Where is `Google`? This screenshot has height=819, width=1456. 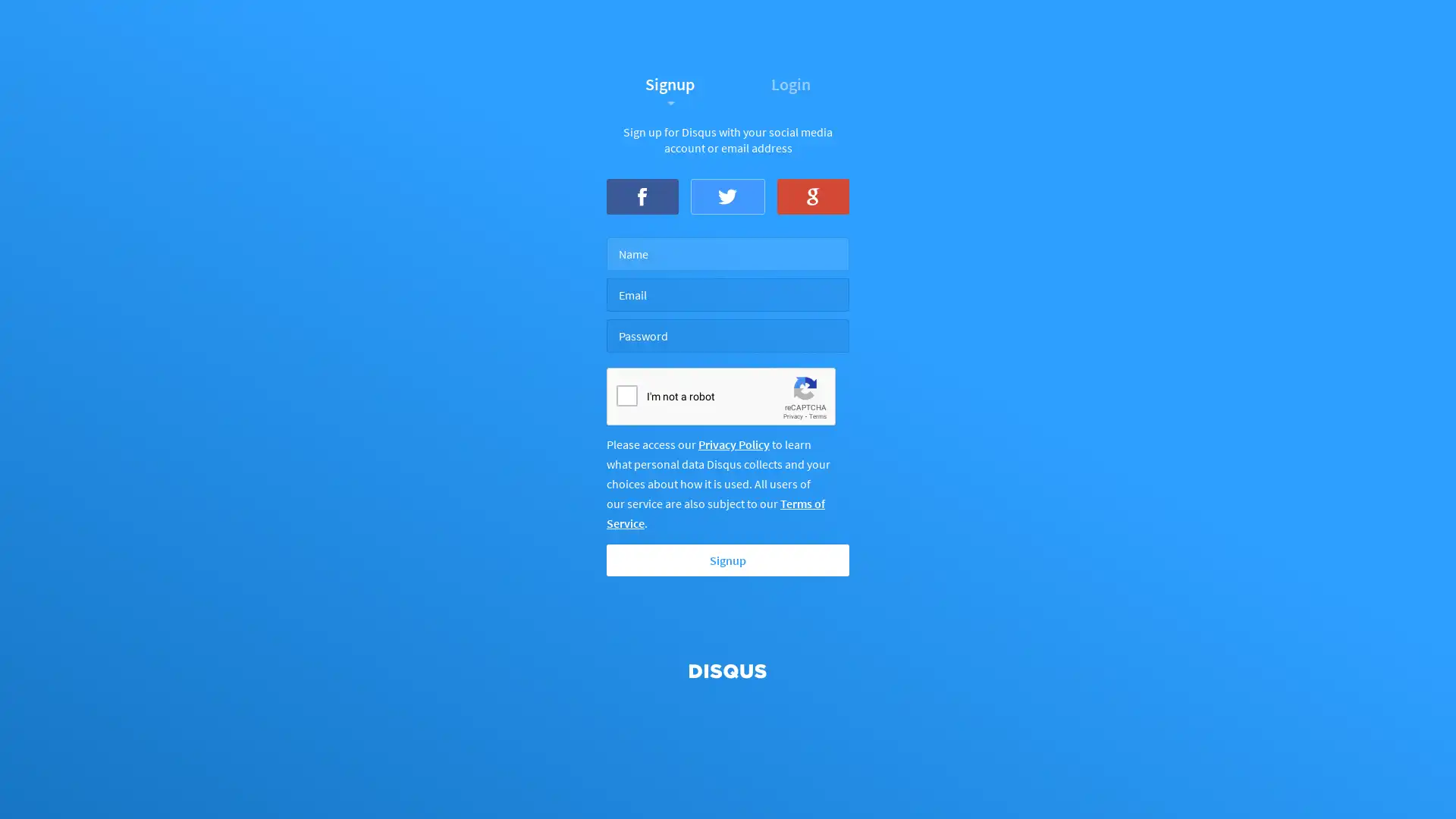 Google is located at coordinates (811, 195).